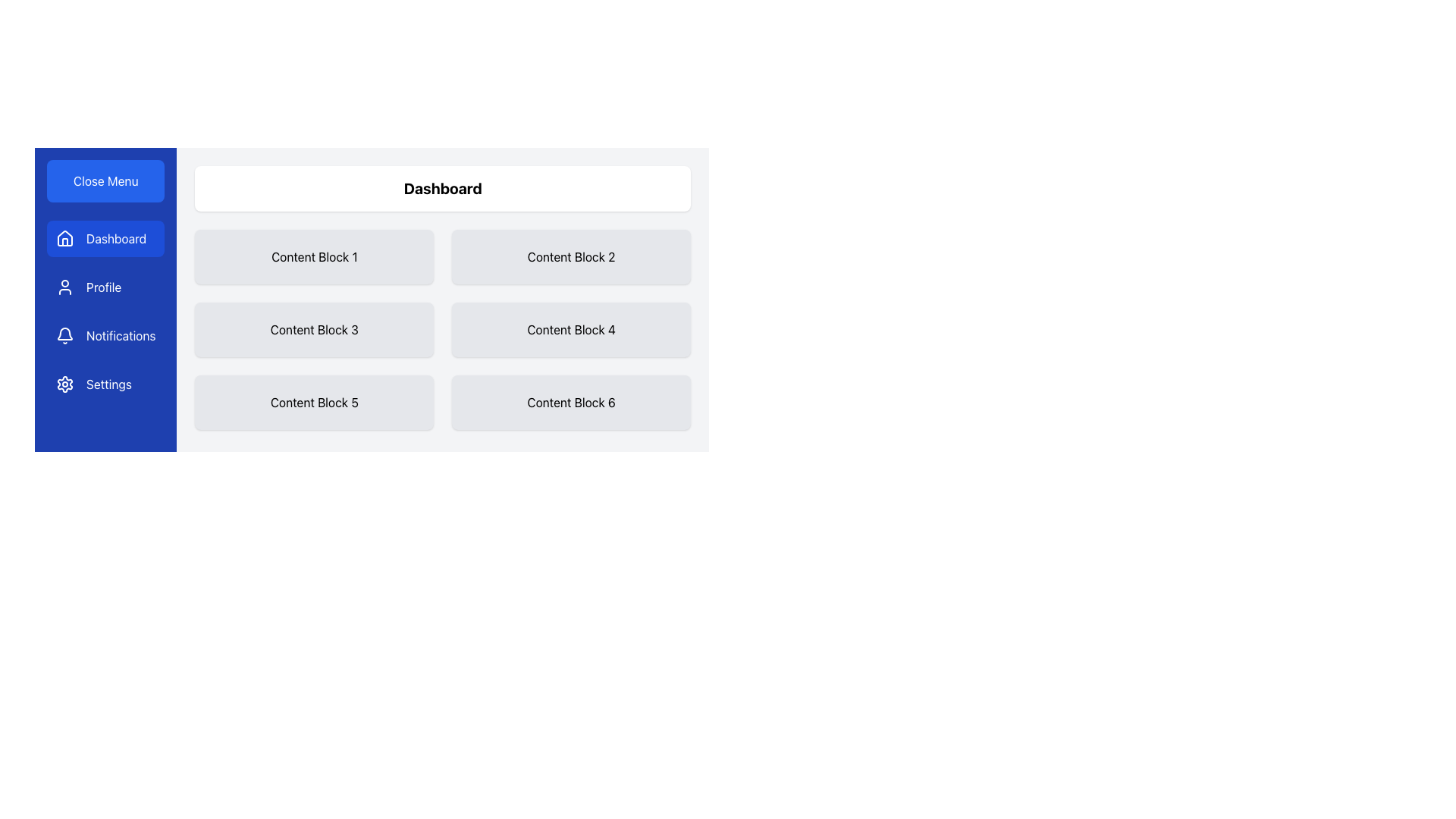  What do you see at coordinates (105, 239) in the screenshot?
I see `the navigation button that links to the dashboard section of the application, located in the vertical navigation sidebar just below the 'Close Menu' button` at bounding box center [105, 239].